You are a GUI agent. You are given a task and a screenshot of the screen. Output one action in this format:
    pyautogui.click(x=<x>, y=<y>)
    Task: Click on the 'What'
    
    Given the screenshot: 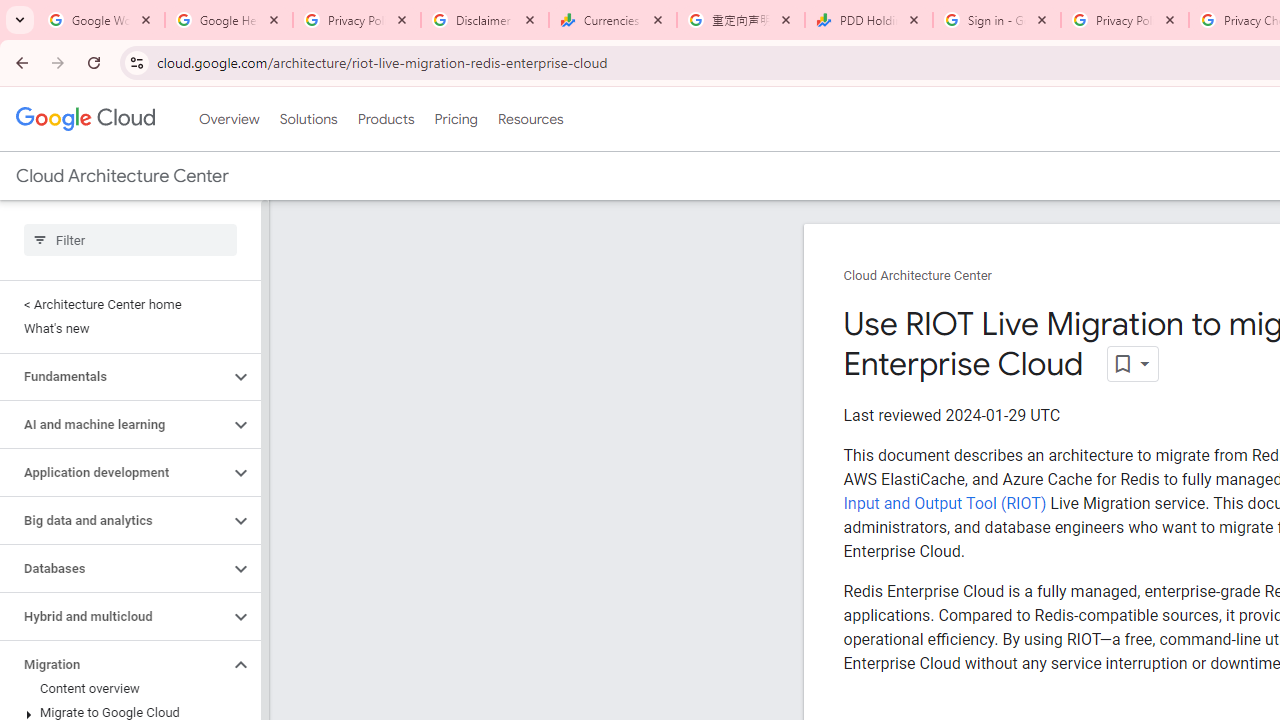 What is the action you would take?
    pyautogui.click(x=125, y=328)
    